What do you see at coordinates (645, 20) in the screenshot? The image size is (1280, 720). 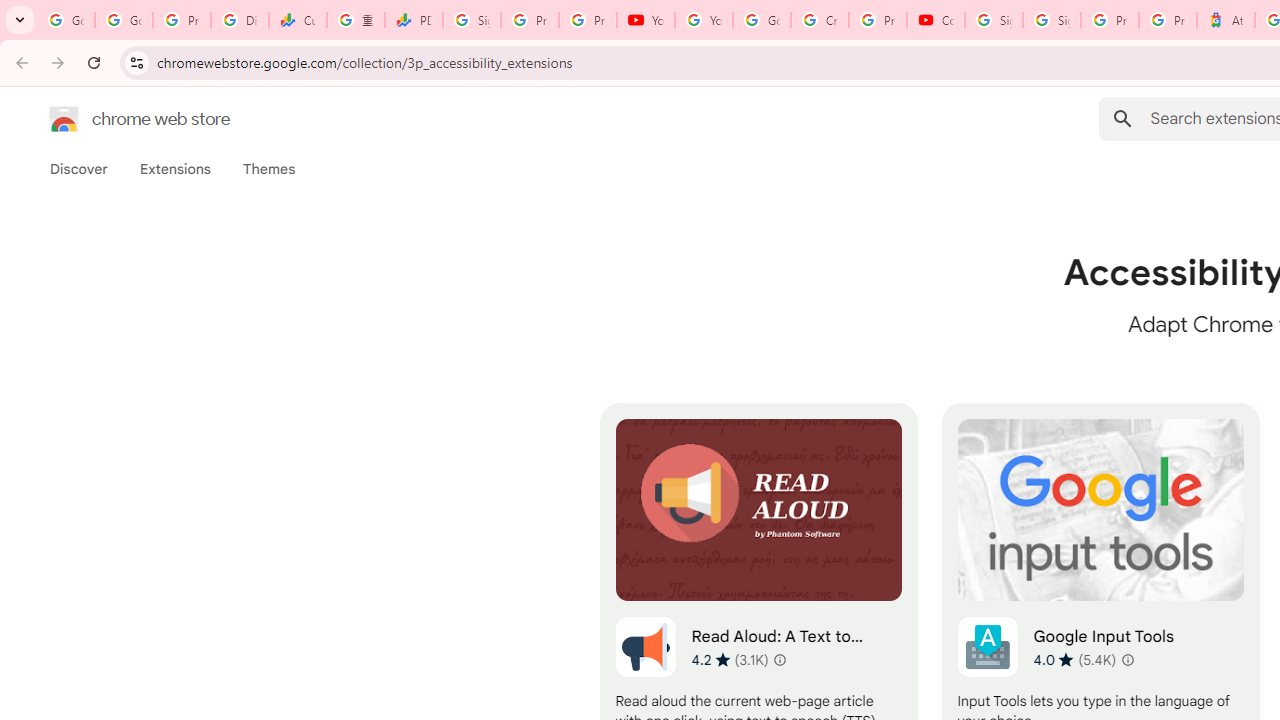 I see `'YouTube'` at bounding box center [645, 20].